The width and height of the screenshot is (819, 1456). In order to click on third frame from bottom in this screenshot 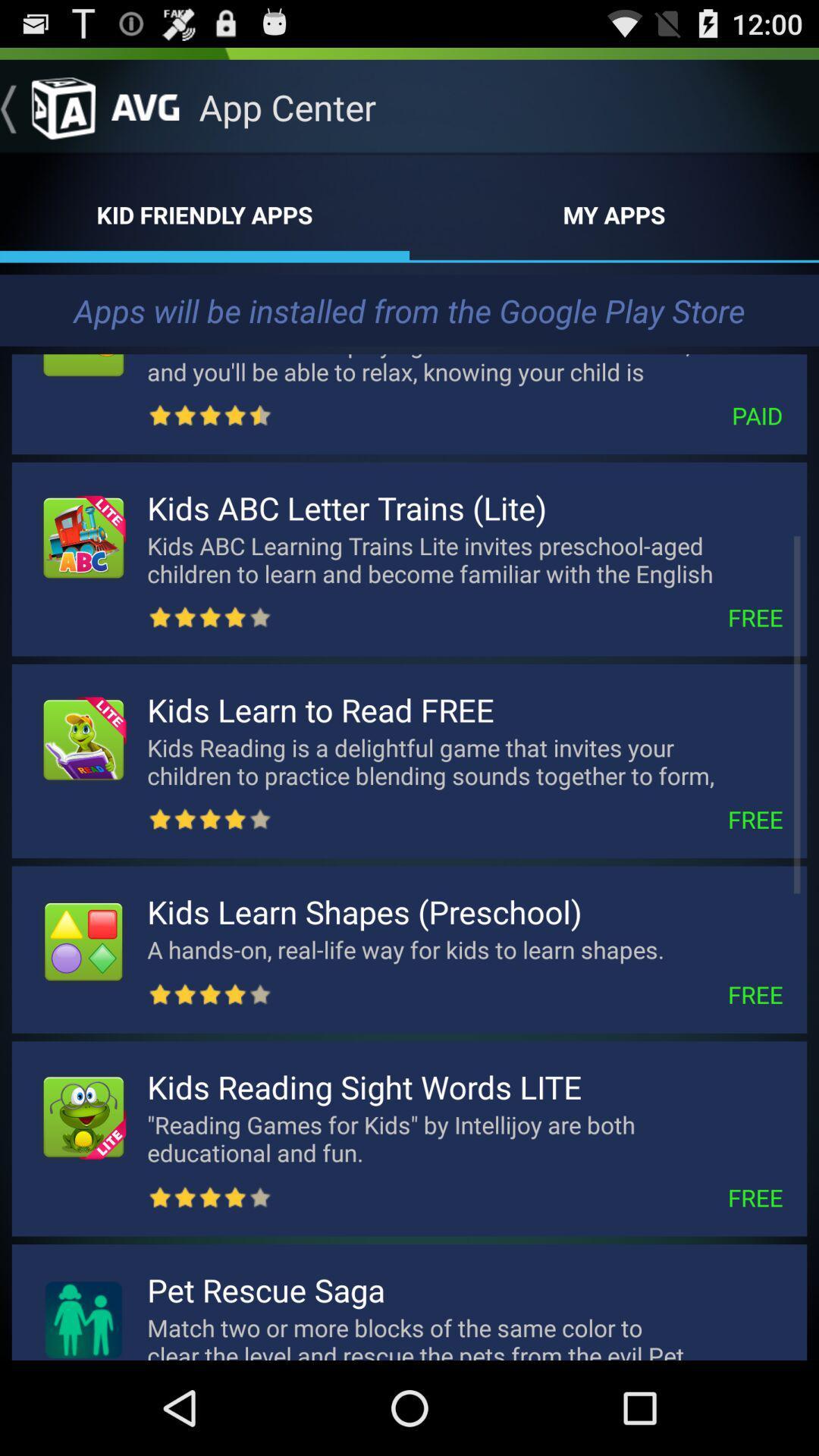, I will do `click(409, 949)`.